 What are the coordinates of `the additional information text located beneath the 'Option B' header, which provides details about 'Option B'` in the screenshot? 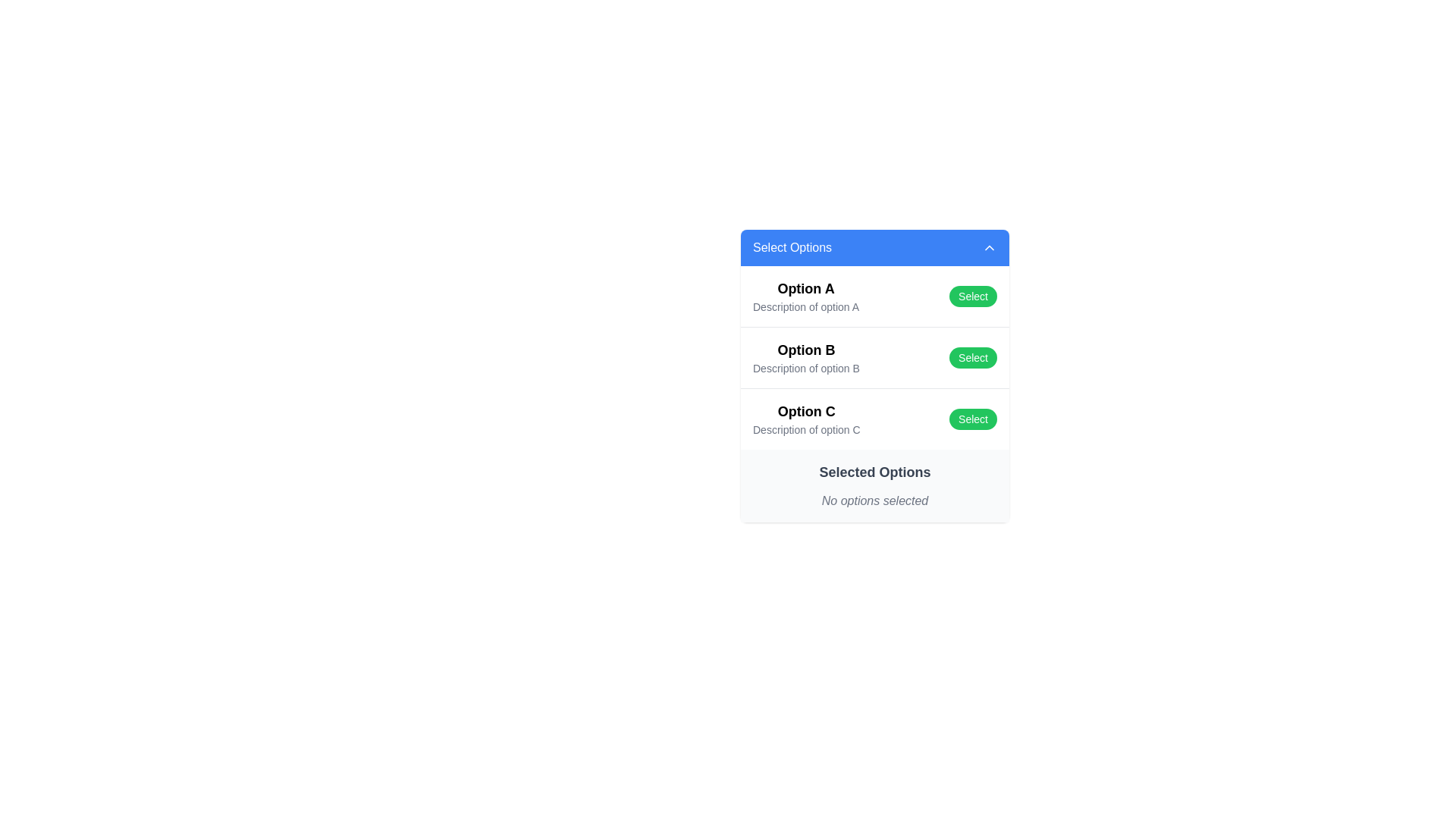 It's located at (805, 369).